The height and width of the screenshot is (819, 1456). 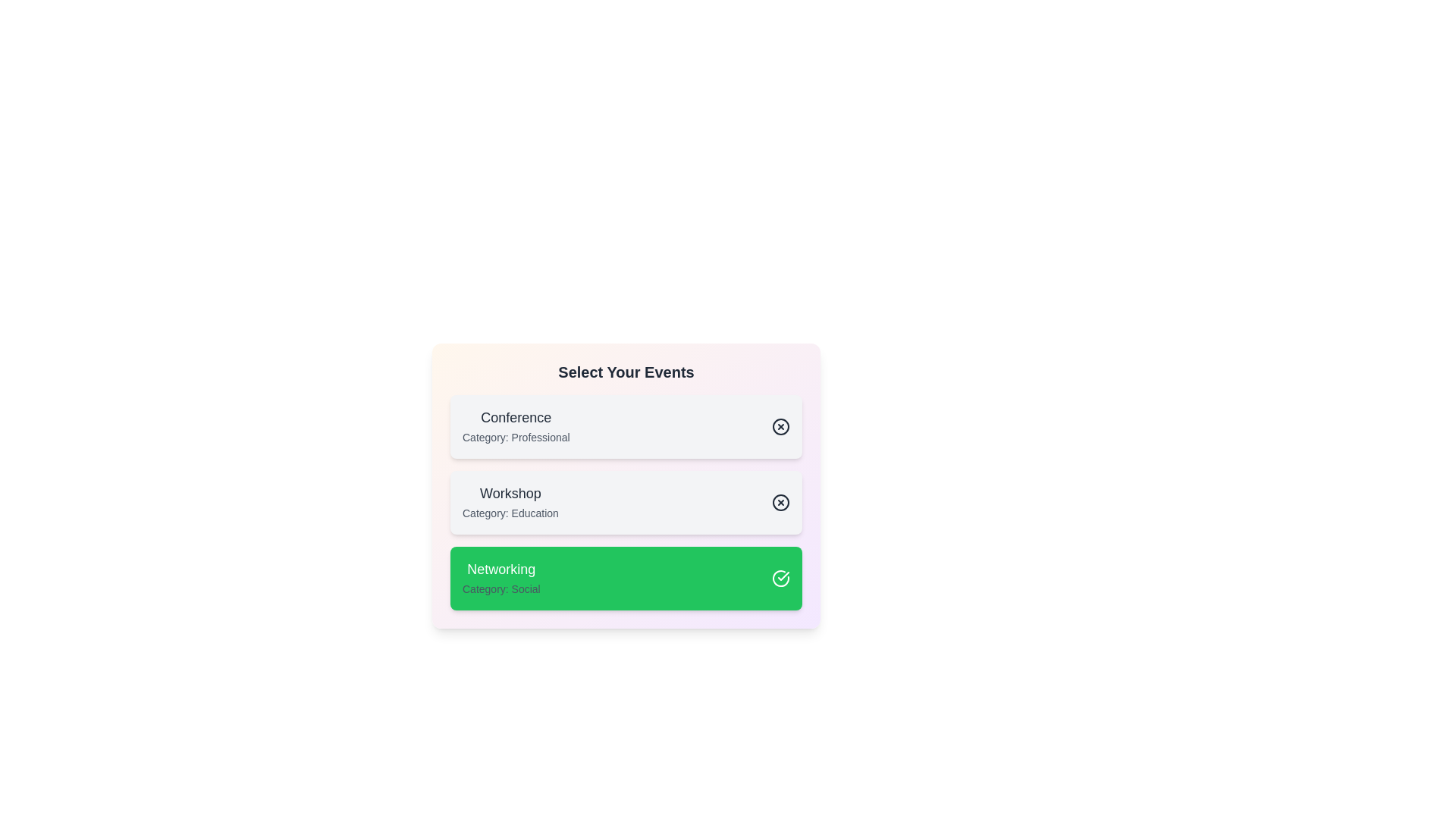 What do you see at coordinates (626, 503) in the screenshot?
I see `the event Workshop` at bounding box center [626, 503].